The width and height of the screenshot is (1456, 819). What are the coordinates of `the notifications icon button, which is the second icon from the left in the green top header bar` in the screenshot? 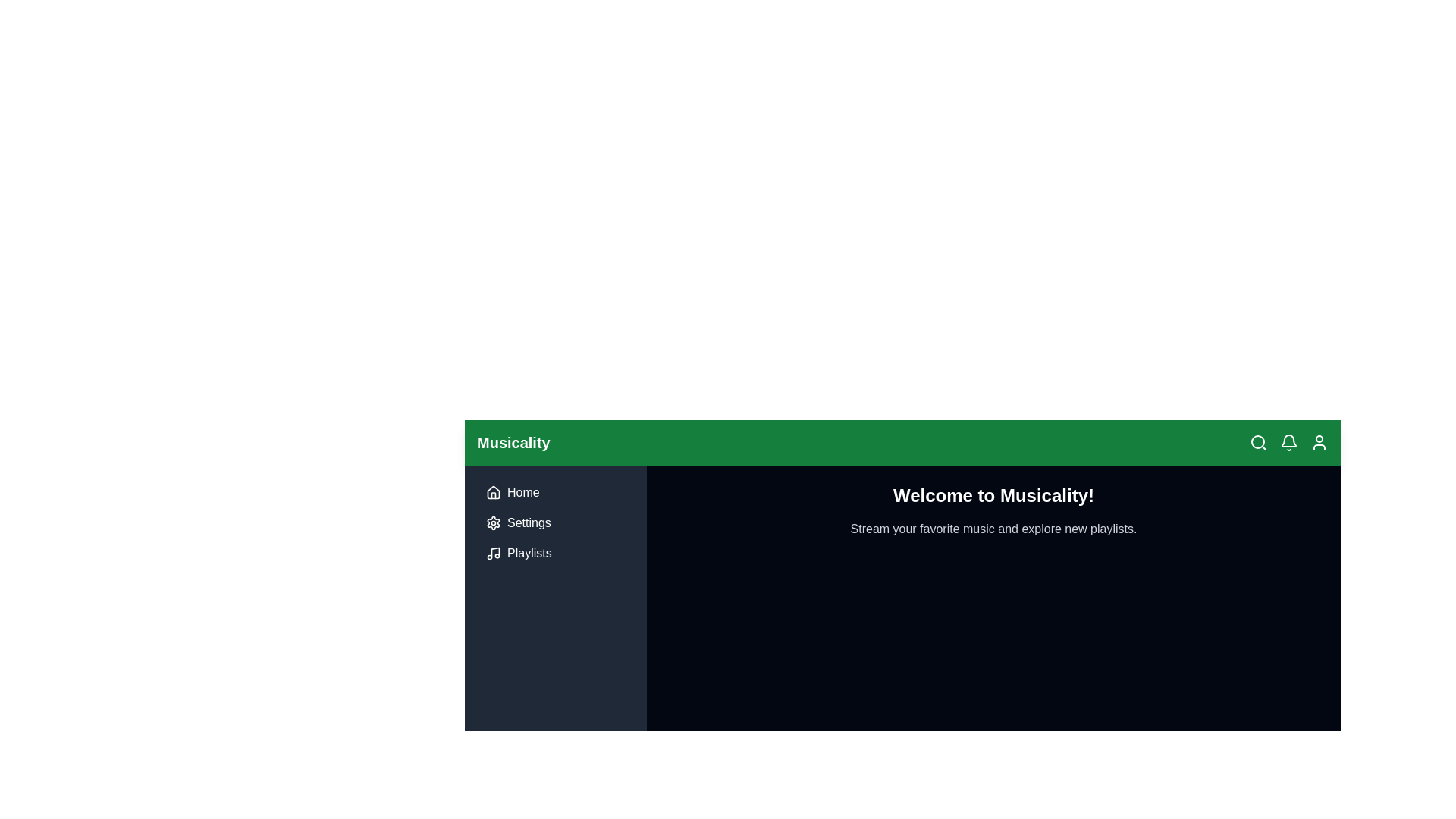 It's located at (1288, 442).